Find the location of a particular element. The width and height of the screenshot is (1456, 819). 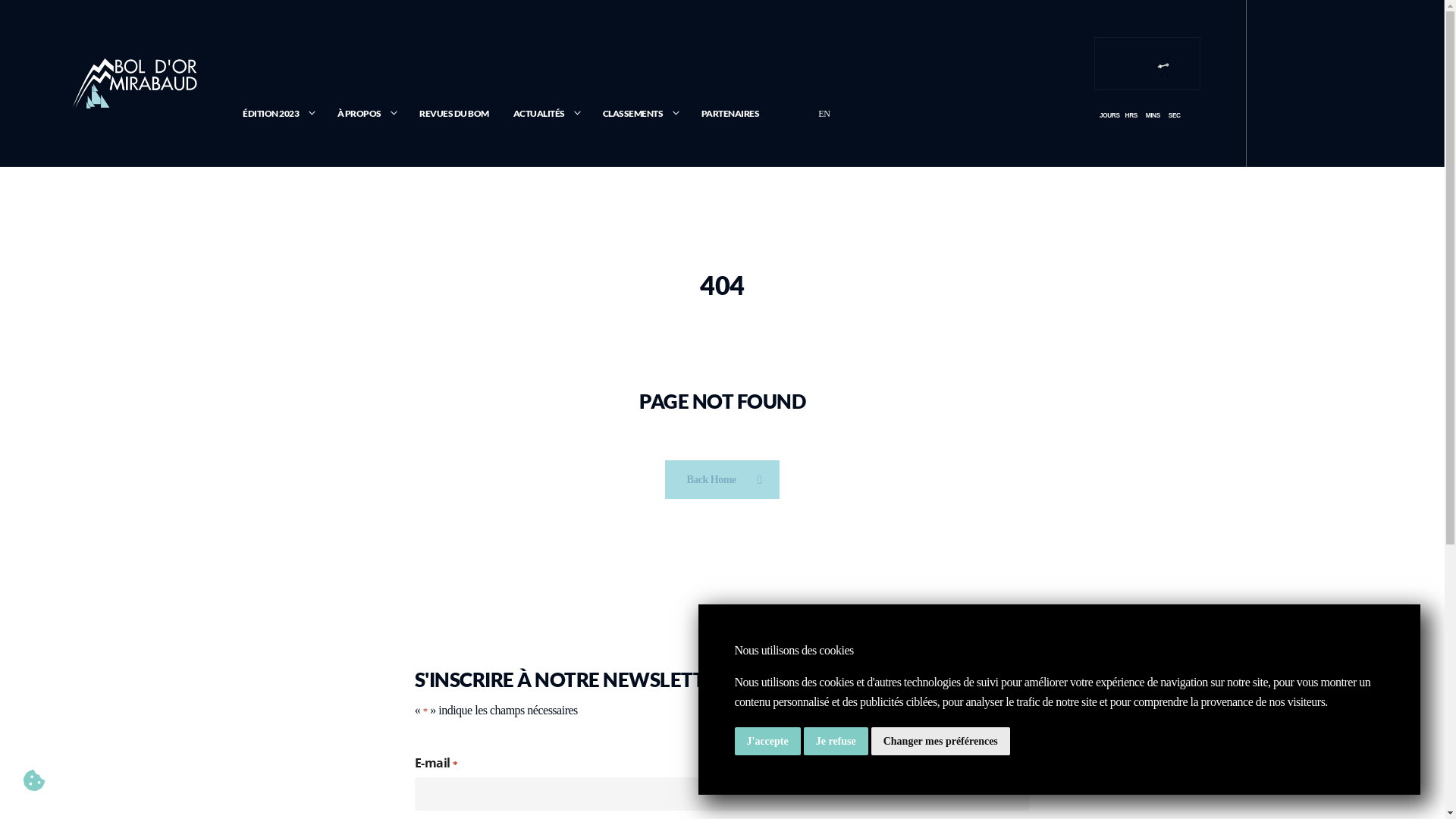

'EN' is located at coordinates (817, 113).